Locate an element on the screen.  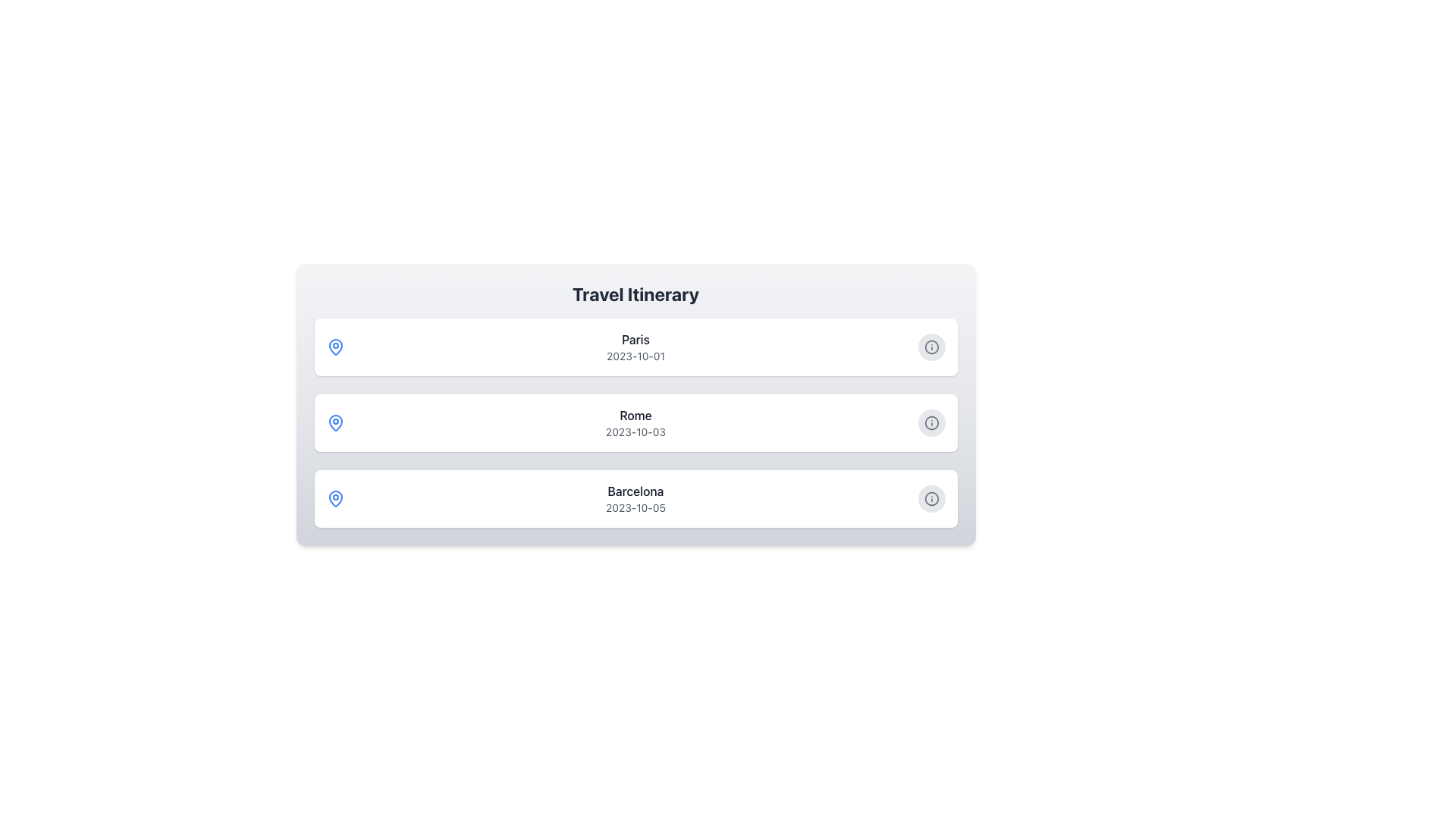
the Heading element that serves as a title for the itinerary list, located at the top of the content area is located at coordinates (635, 294).